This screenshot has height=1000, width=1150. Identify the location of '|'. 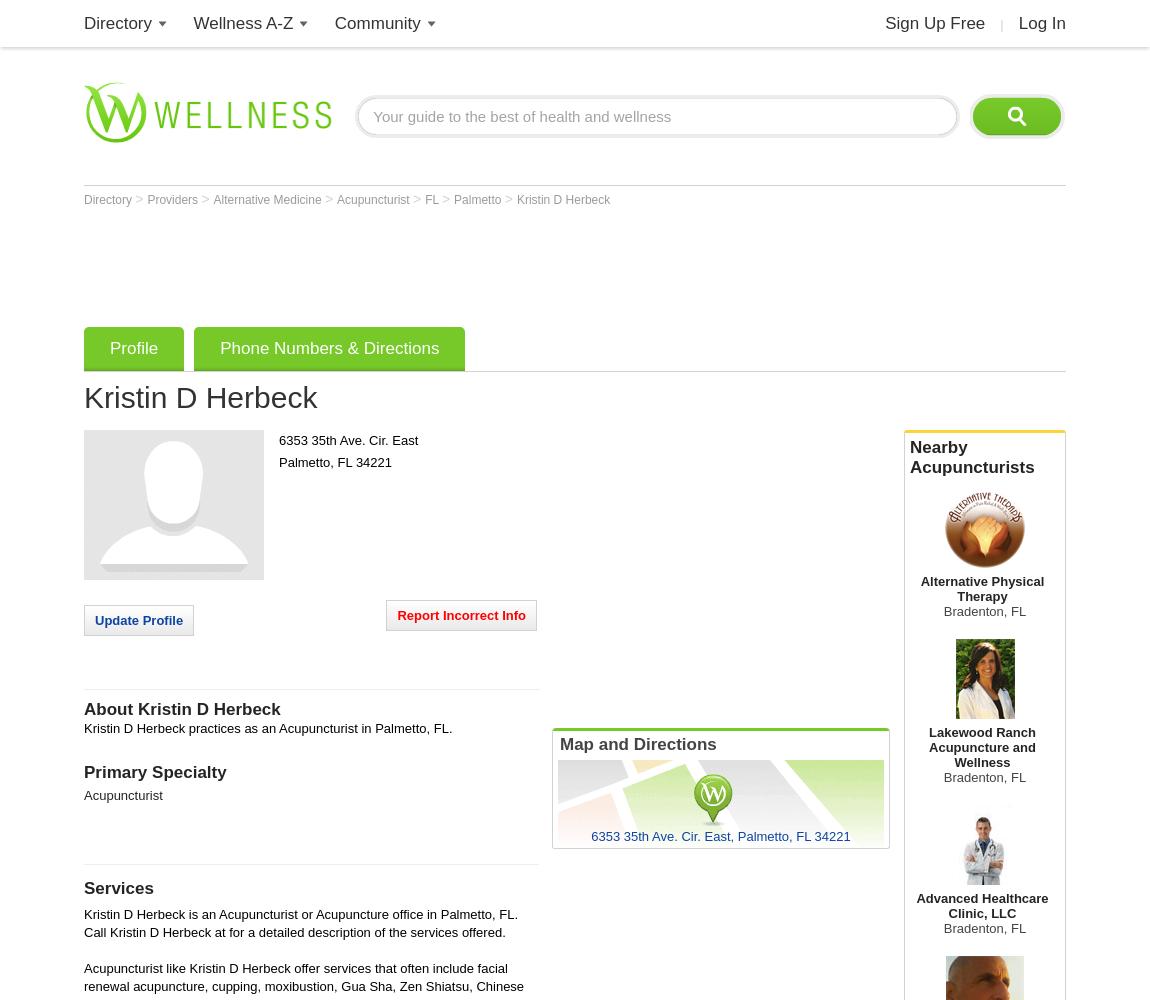
(1001, 24).